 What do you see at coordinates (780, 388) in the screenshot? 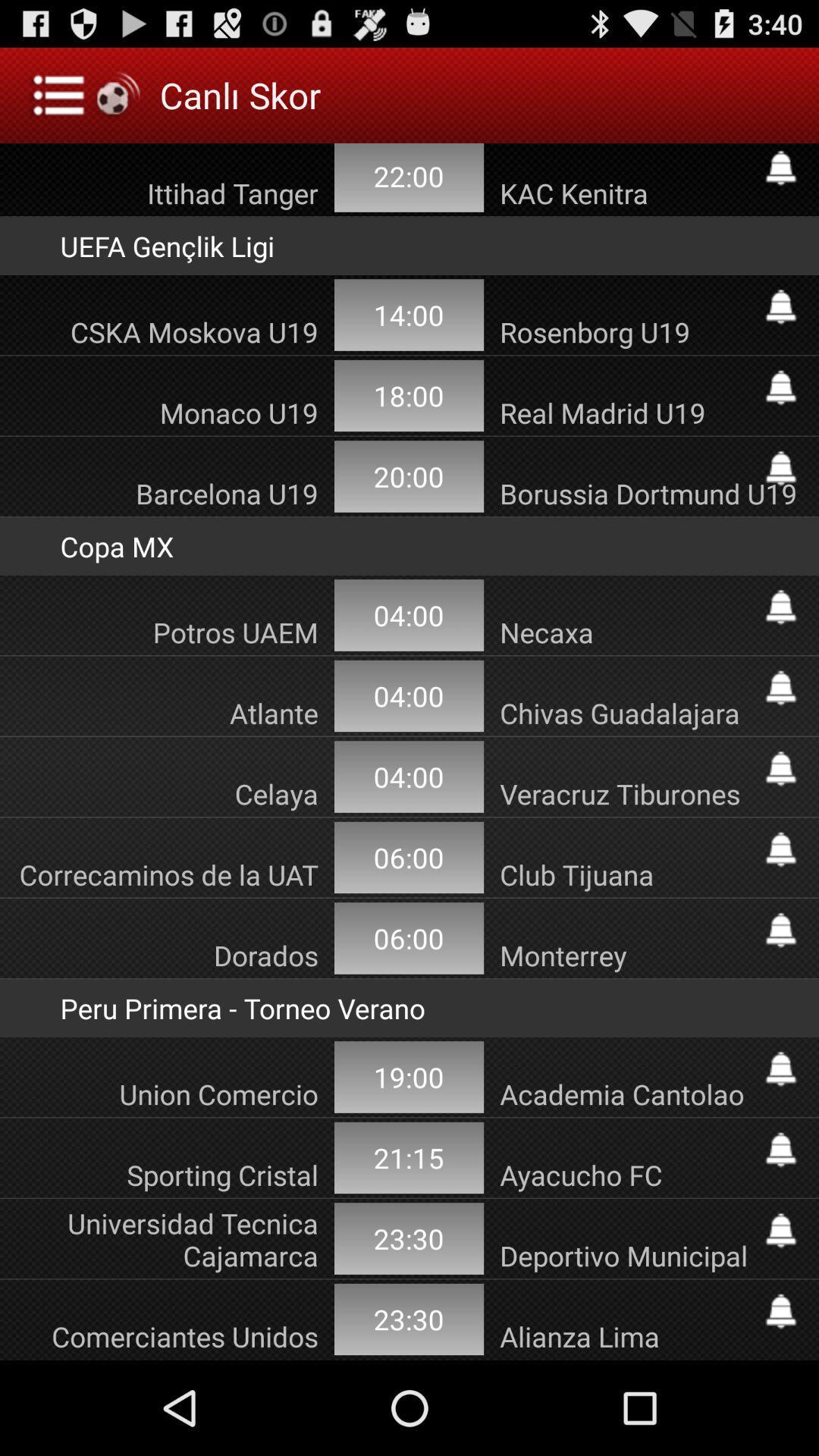
I see `set alarm` at bounding box center [780, 388].